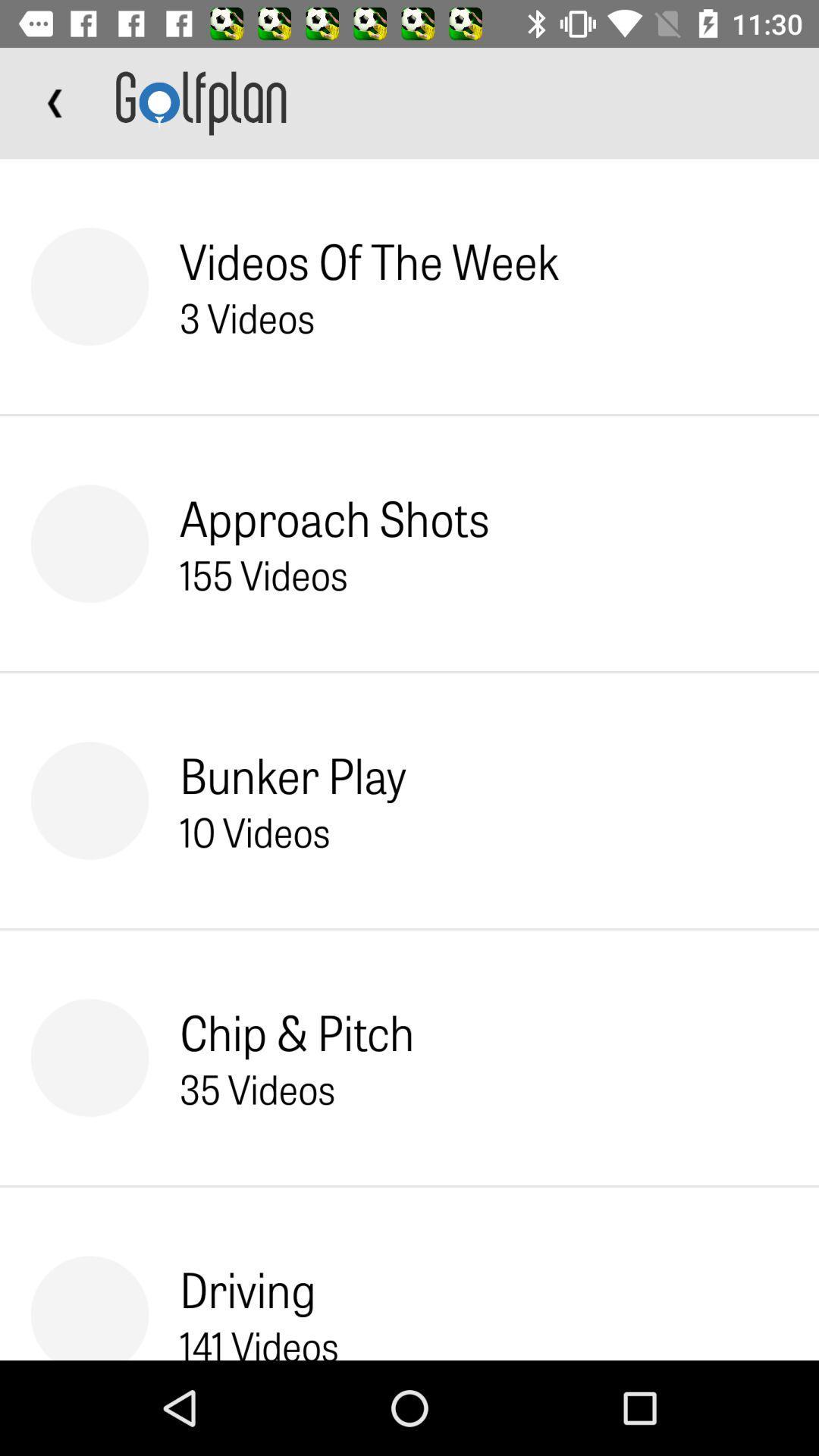 This screenshot has height=1456, width=819. What do you see at coordinates (259, 1340) in the screenshot?
I see `the item below the driving item` at bounding box center [259, 1340].